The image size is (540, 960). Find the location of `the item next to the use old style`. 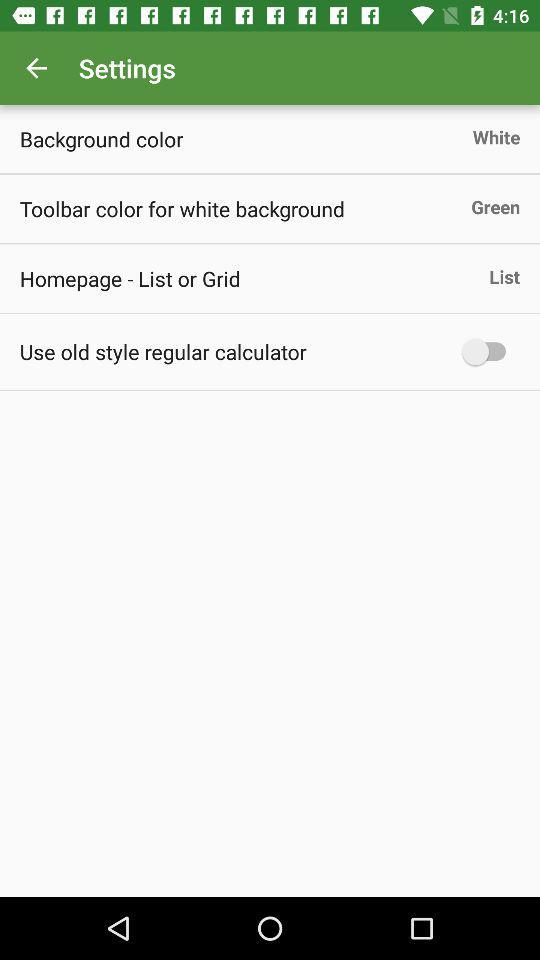

the item next to the use old style is located at coordinates (488, 351).